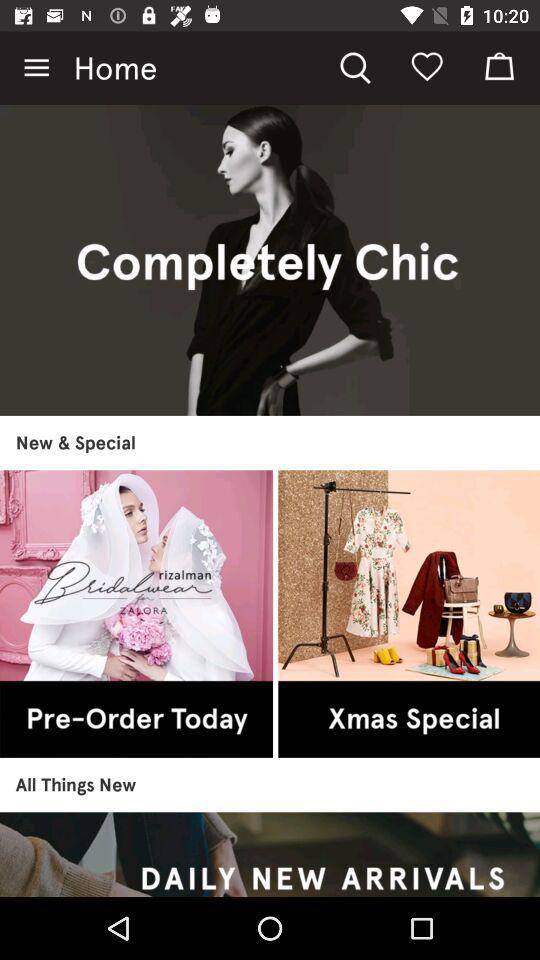  Describe the element at coordinates (36, 68) in the screenshot. I see `the icon at the top left corner` at that location.